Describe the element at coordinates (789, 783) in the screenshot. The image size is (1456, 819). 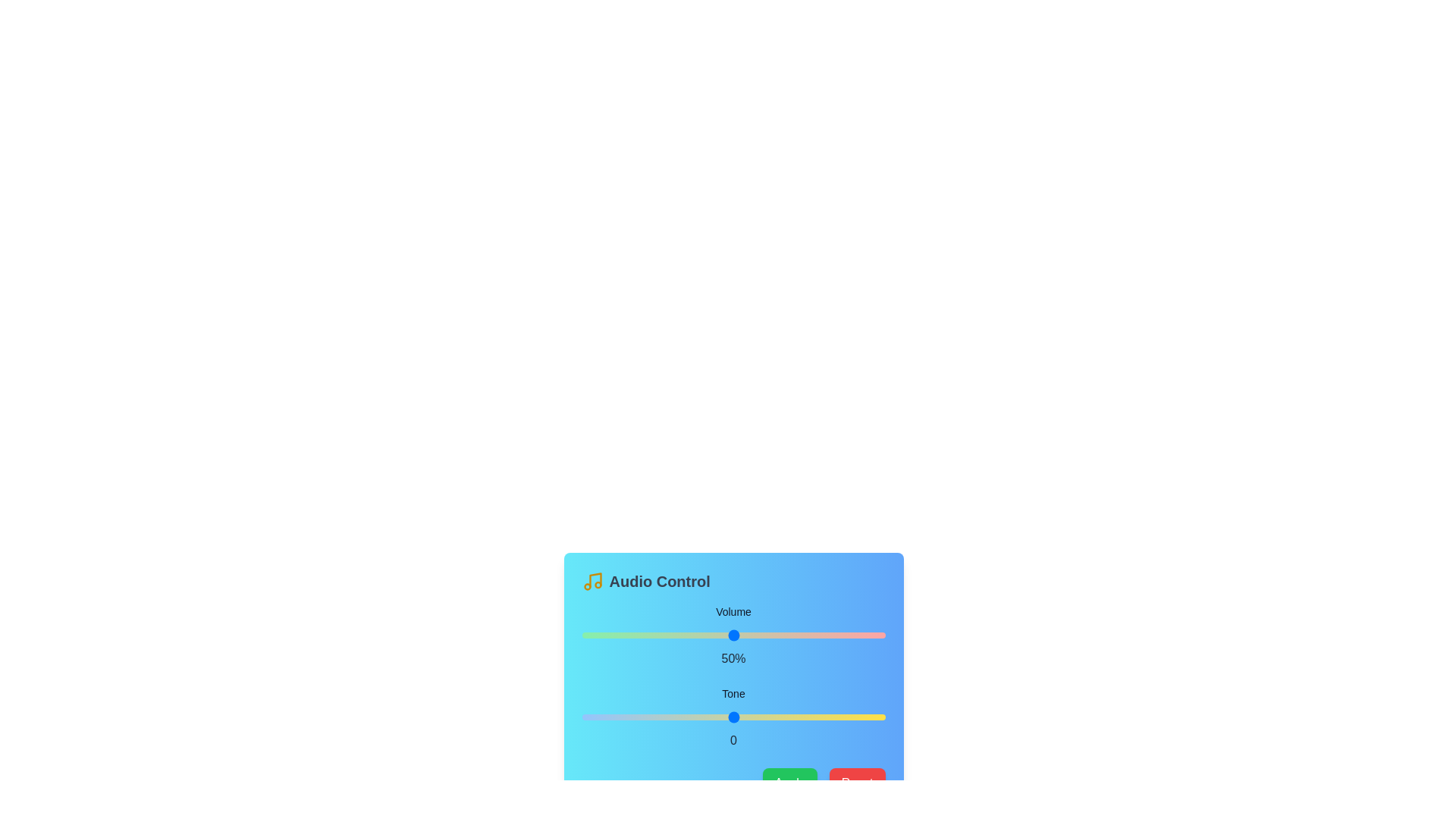
I see `the 'Apply' button to apply the changes` at that location.